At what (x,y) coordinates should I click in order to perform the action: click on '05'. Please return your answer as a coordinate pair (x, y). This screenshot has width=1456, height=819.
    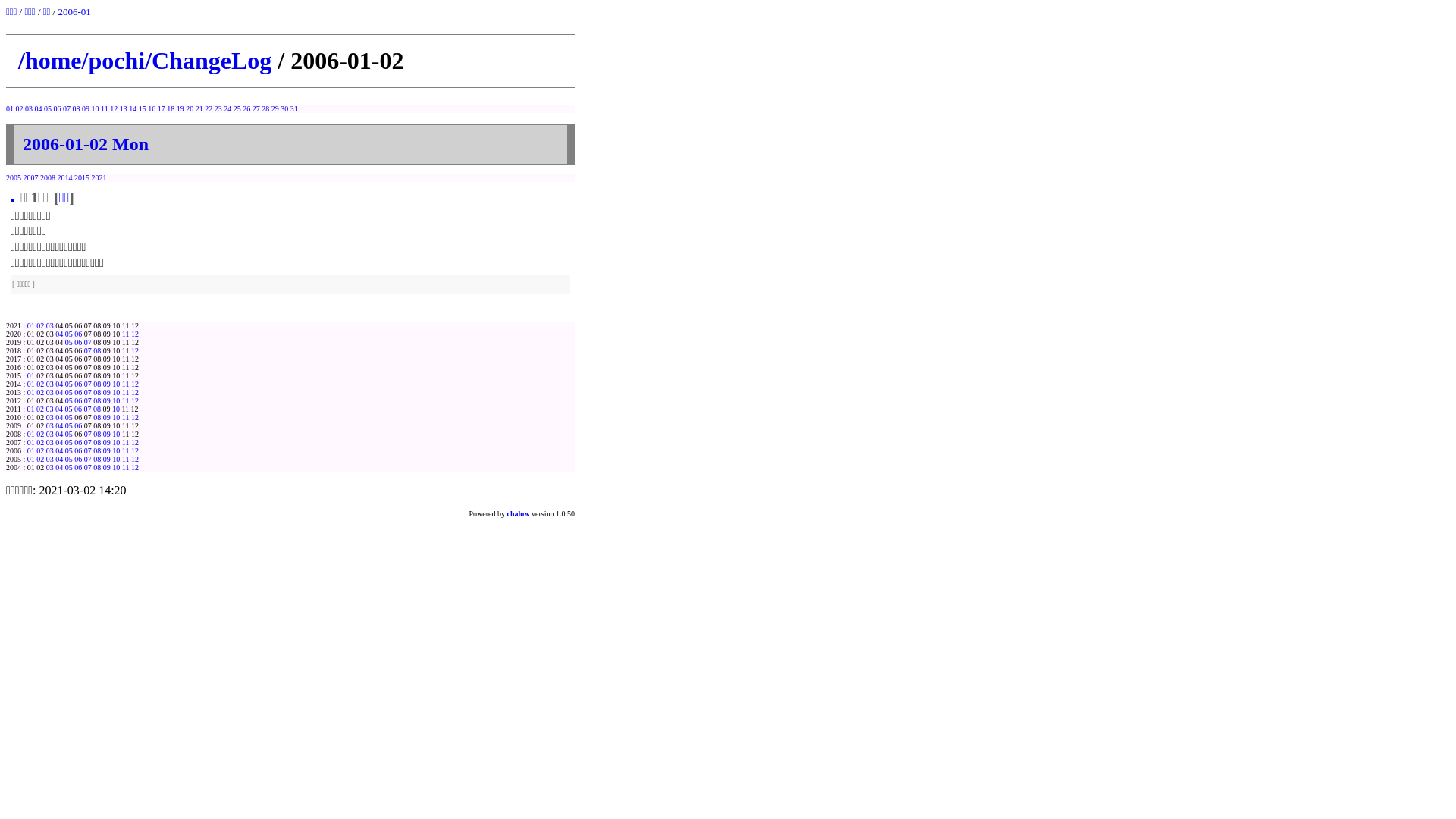
    Looking at the image, I should click on (68, 333).